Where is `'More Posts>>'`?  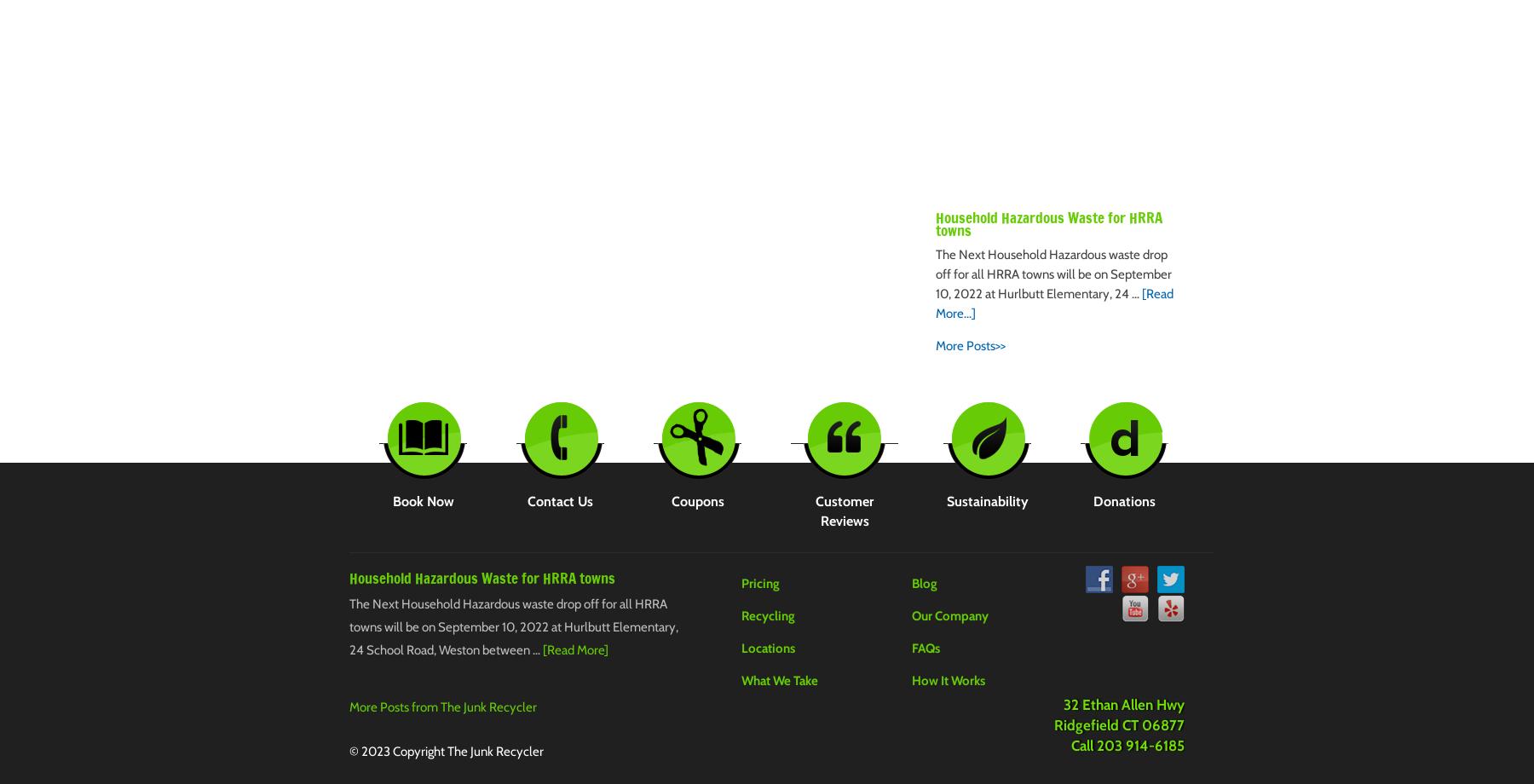
'More Posts>>' is located at coordinates (970, 344).